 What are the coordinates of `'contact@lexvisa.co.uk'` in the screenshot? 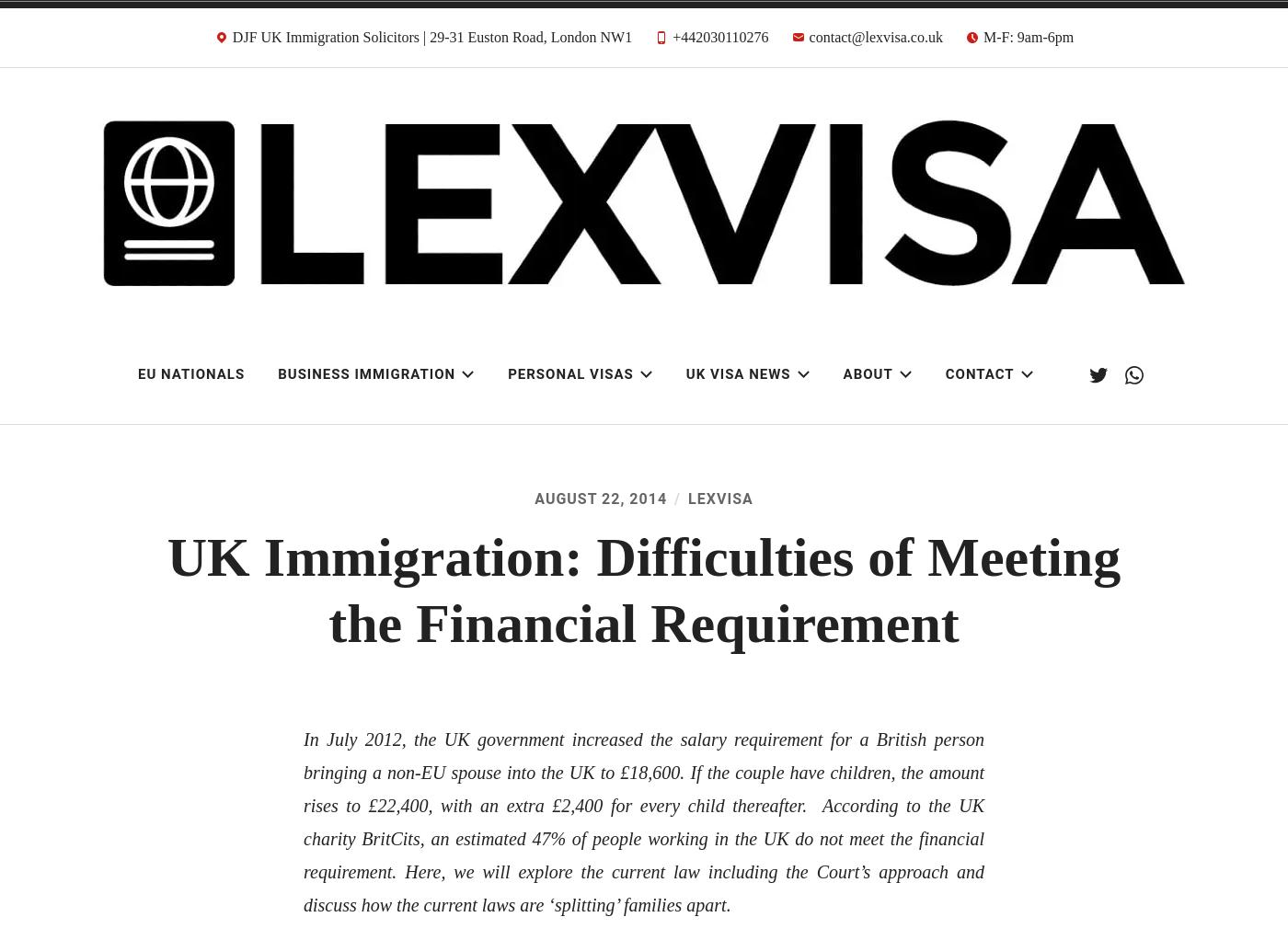 It's located at (875, 37).